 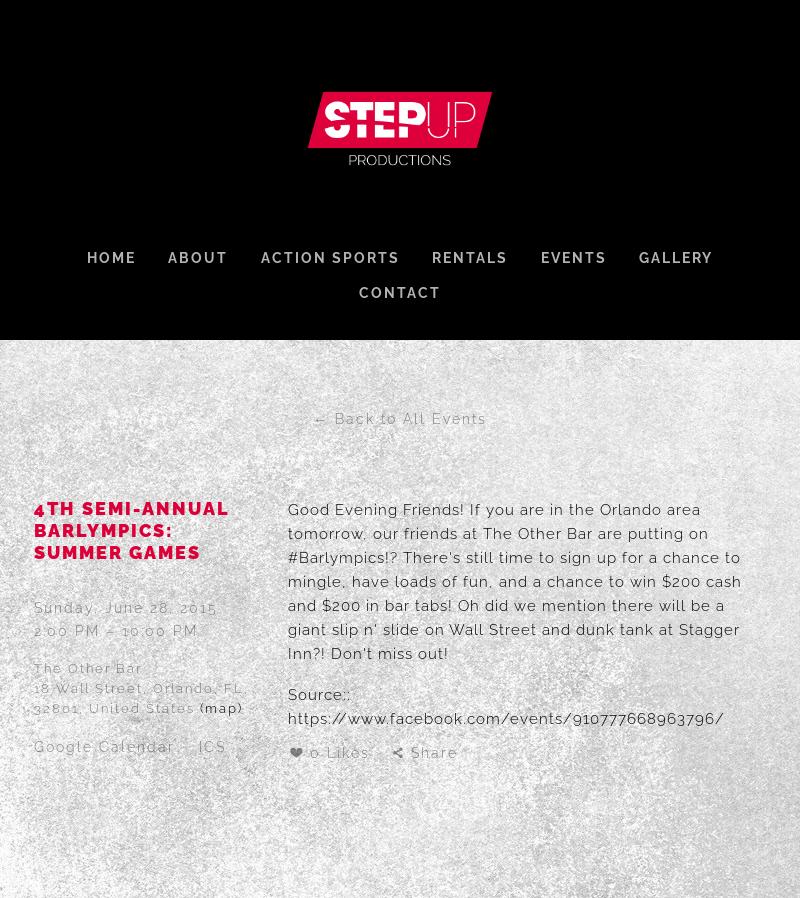 I want to click on 'Back to All Events', so click(x=335, y=419).